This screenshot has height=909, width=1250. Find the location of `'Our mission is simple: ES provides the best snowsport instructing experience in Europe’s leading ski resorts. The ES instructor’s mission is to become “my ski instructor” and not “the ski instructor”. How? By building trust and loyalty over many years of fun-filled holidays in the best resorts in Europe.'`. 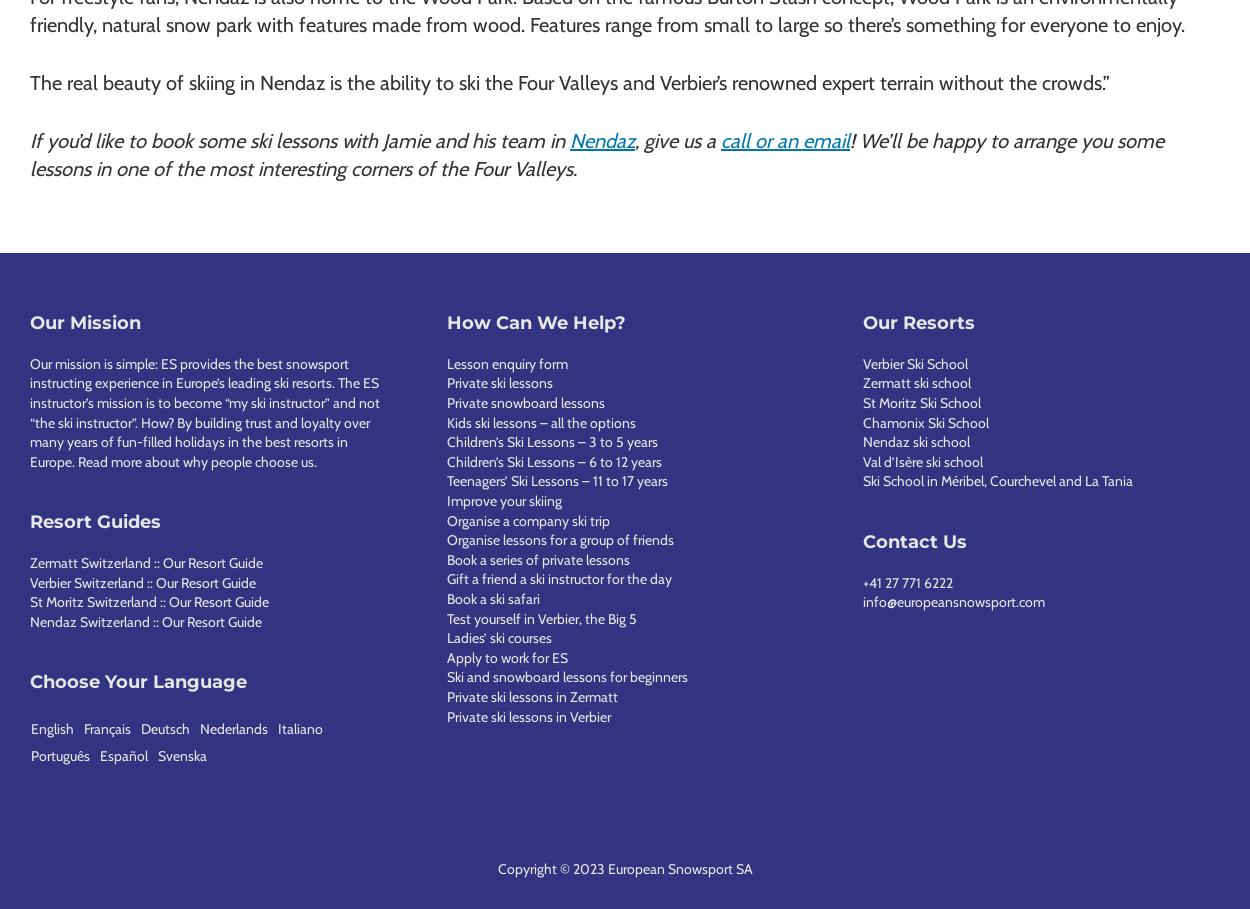

'Our mission is simple: ES provides the best snowsport instructing experience in Europe’s leading ski resorts. The ES instructor’s mission is to become “my ski instructor” and not “the ski instructor”. How? By building trust and loyalty over many years of fun-filled holidays in the best resorts in Europe.' is located at coordinates (204, 411).